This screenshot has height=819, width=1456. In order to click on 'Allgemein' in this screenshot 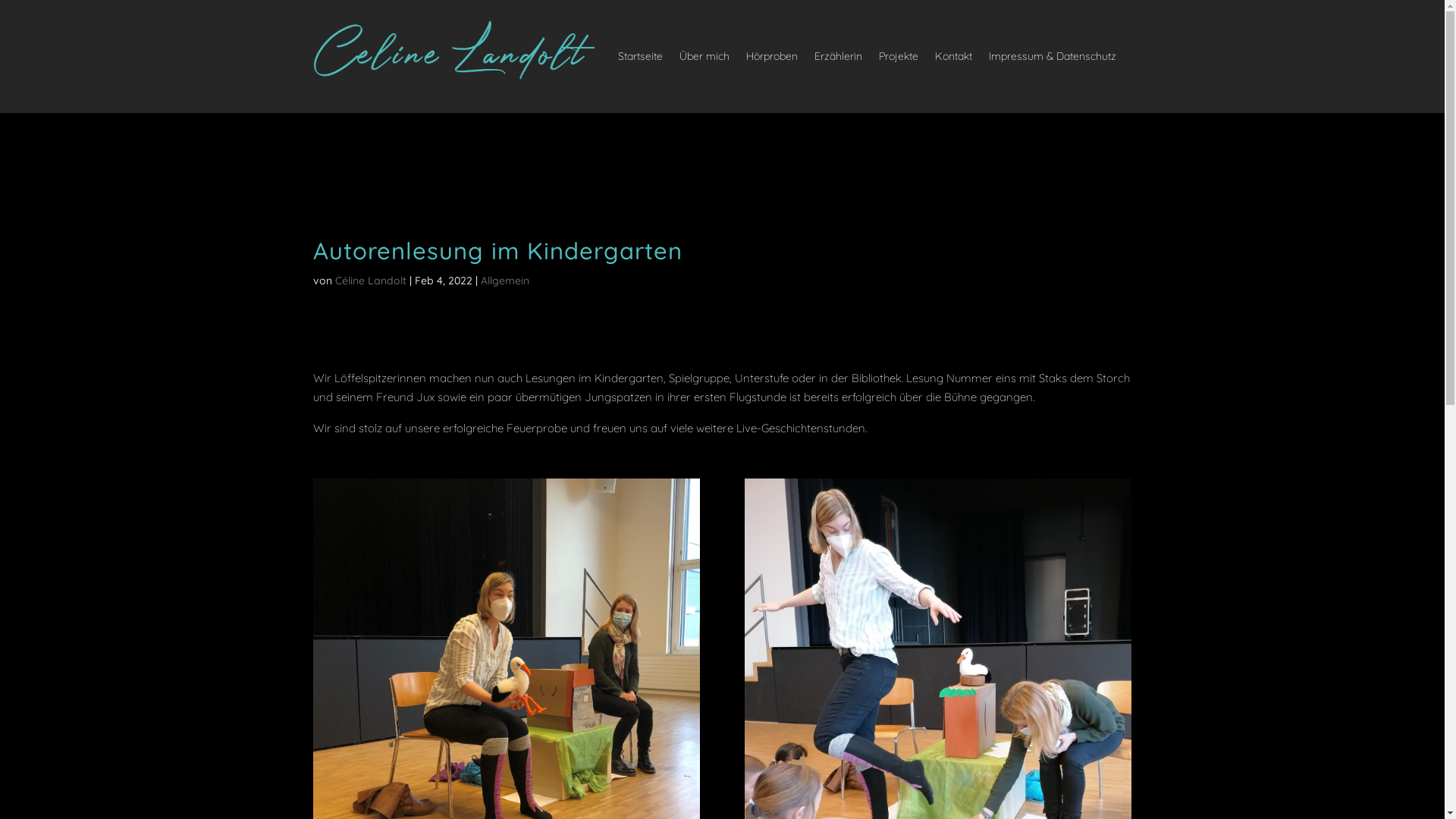, I will do `click(505, 281)`.